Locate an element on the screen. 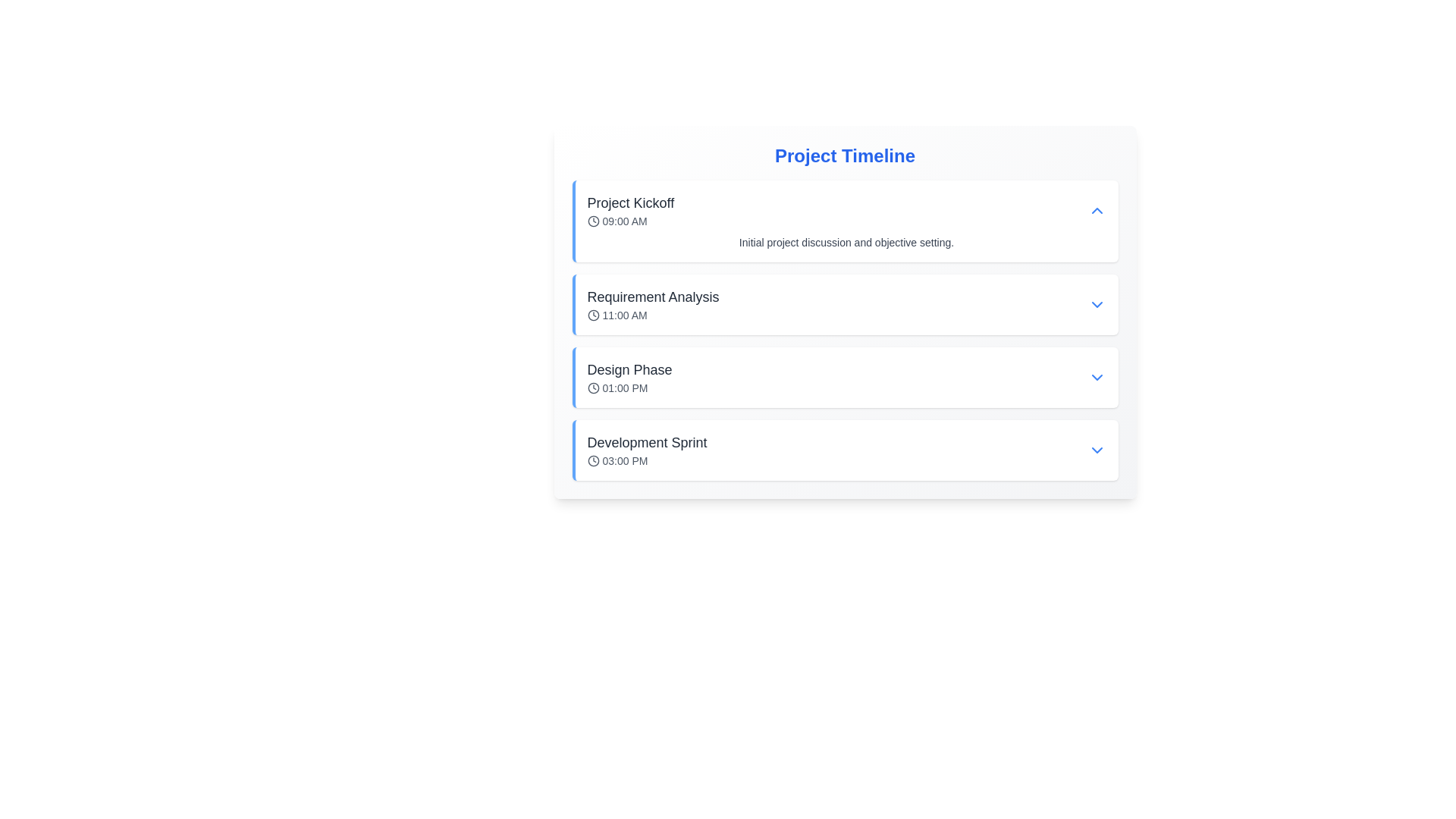 This screenshot has width=1456, height=819. the blue downward-facing chevron arrow button located to the extreme right of the 'Design Phase' section, adjacent to the time display '01:00 PM' is located at coordinates (1097, 376).